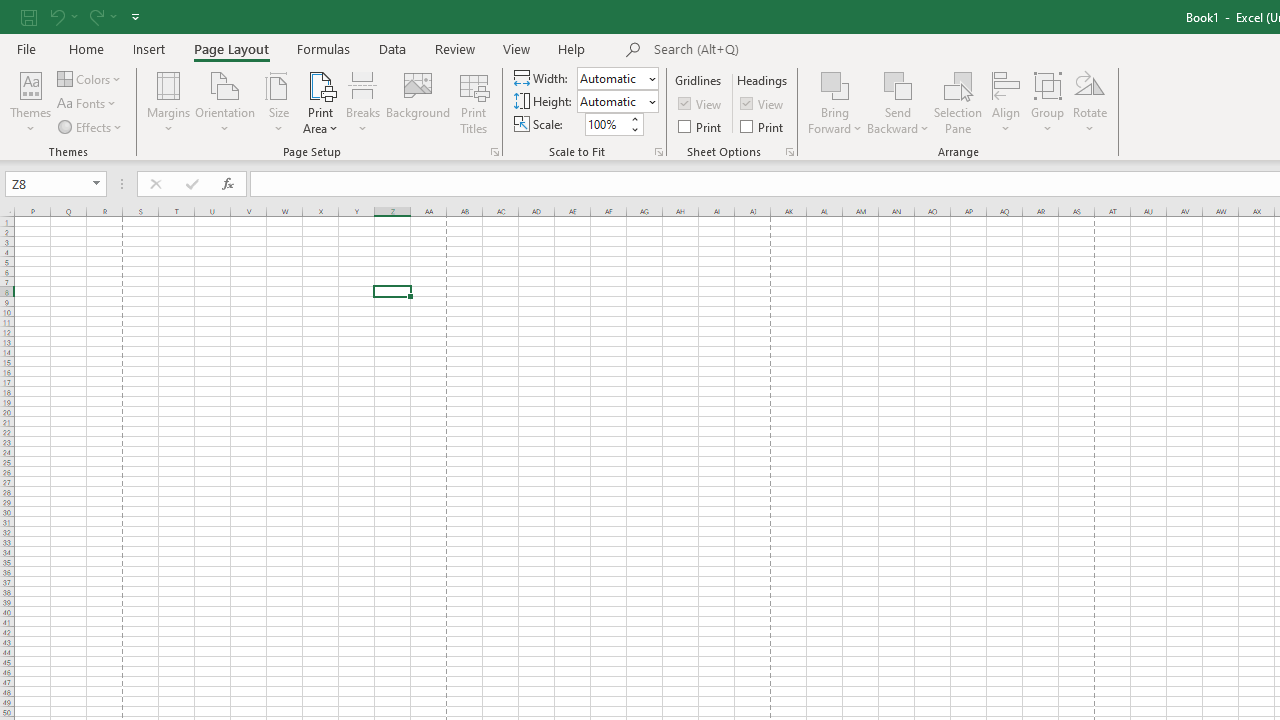 This screenshot has width=1280, height=720. Describe the element at coordinates (617, 77) in the screenshot. I see `'Width'` at that location.